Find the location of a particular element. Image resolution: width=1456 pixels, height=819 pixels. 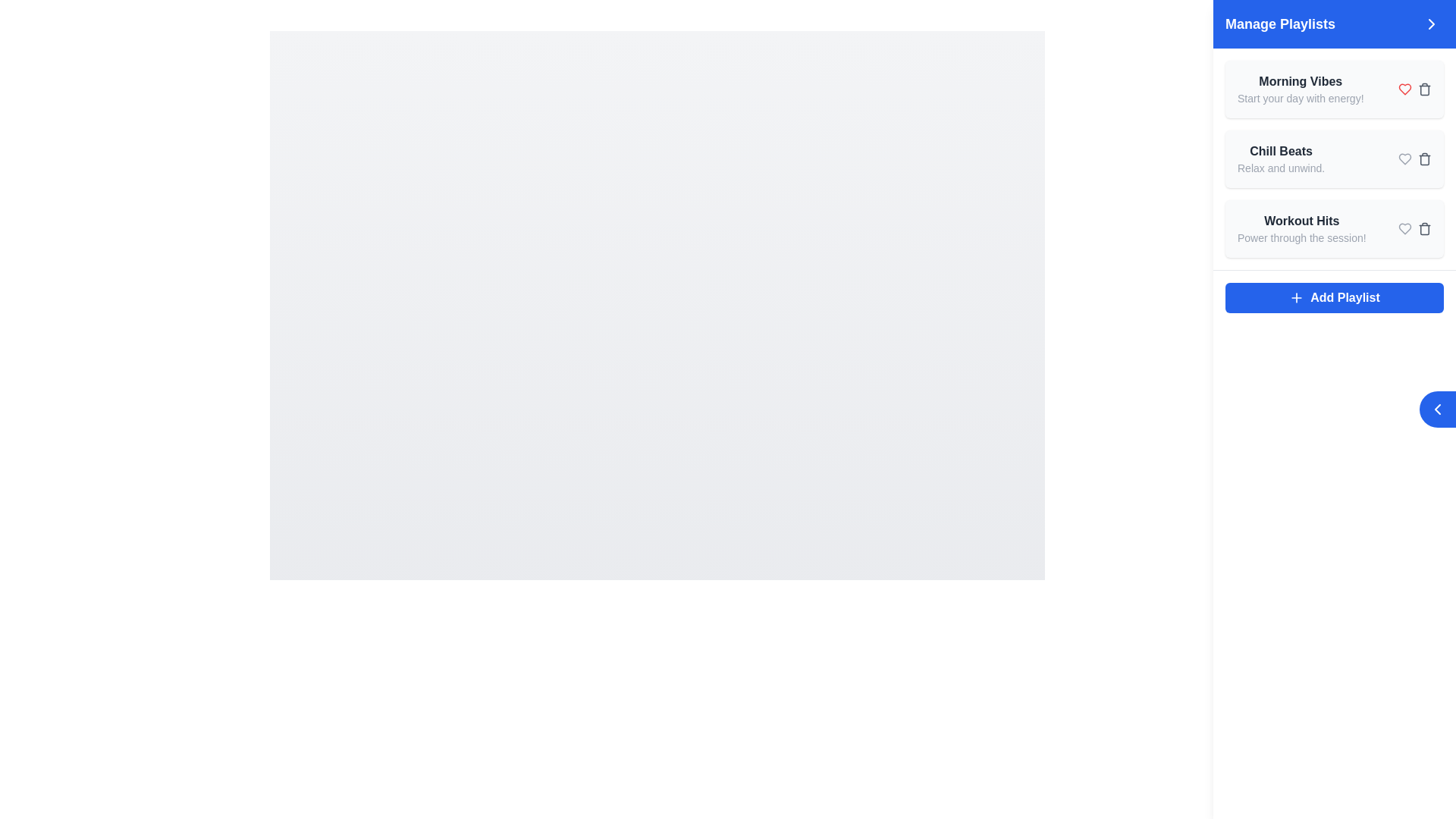

the trash bin icon in the right-side area of the 'Workout Hits' playlist section to change its color to blue is located at coordinates (1414, 228).